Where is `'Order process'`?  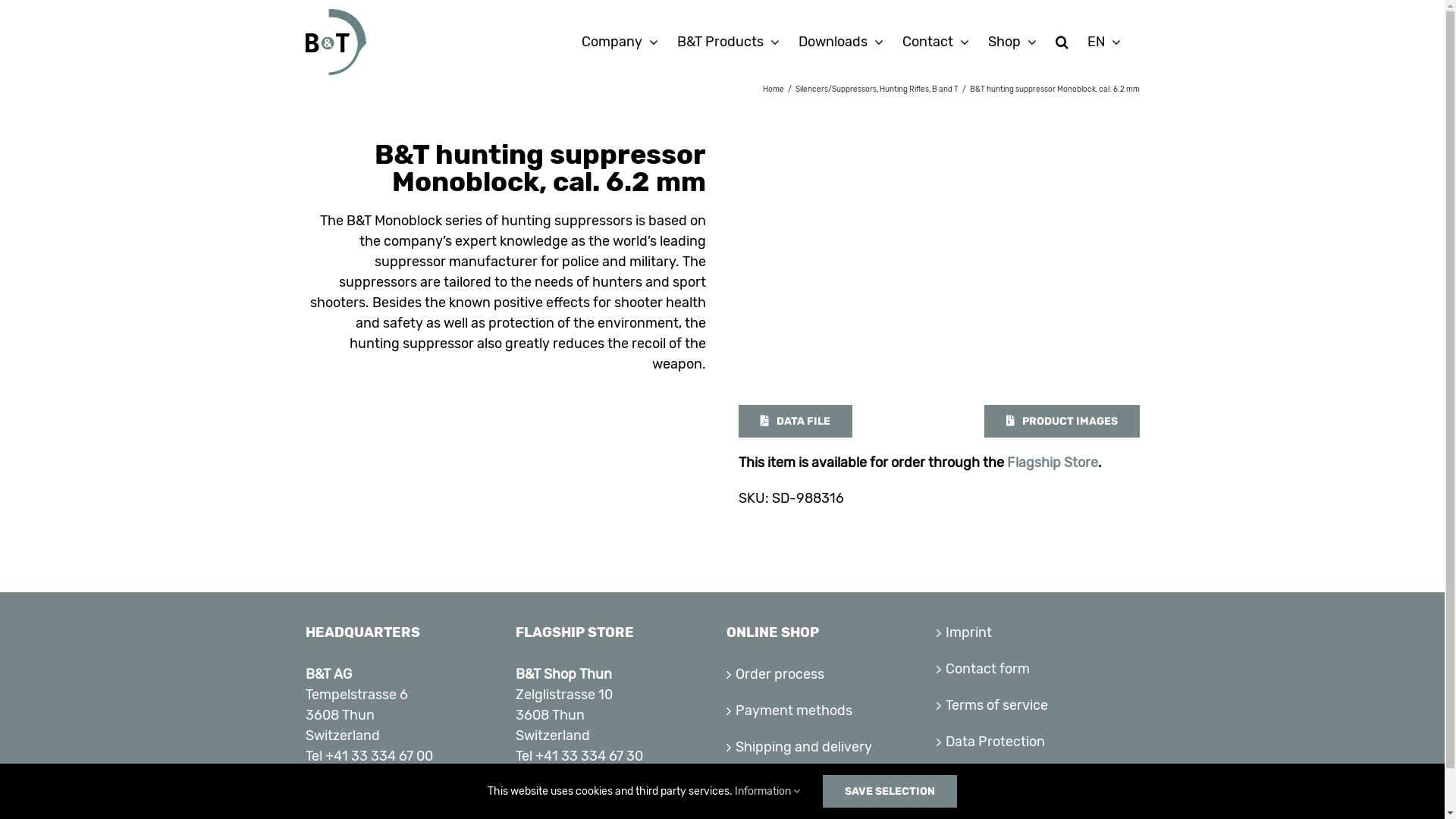 'Order process' is located at coordinates (828, 673).